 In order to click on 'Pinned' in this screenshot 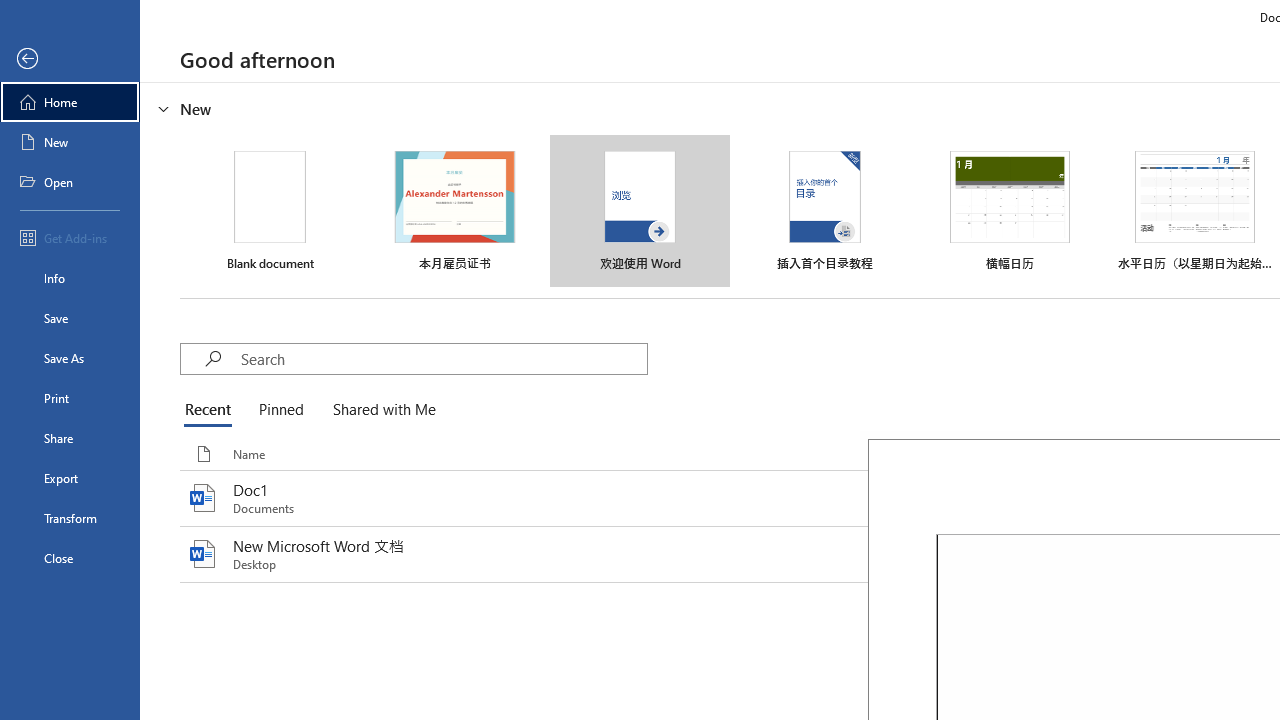, I will do `click(279, 410)`.